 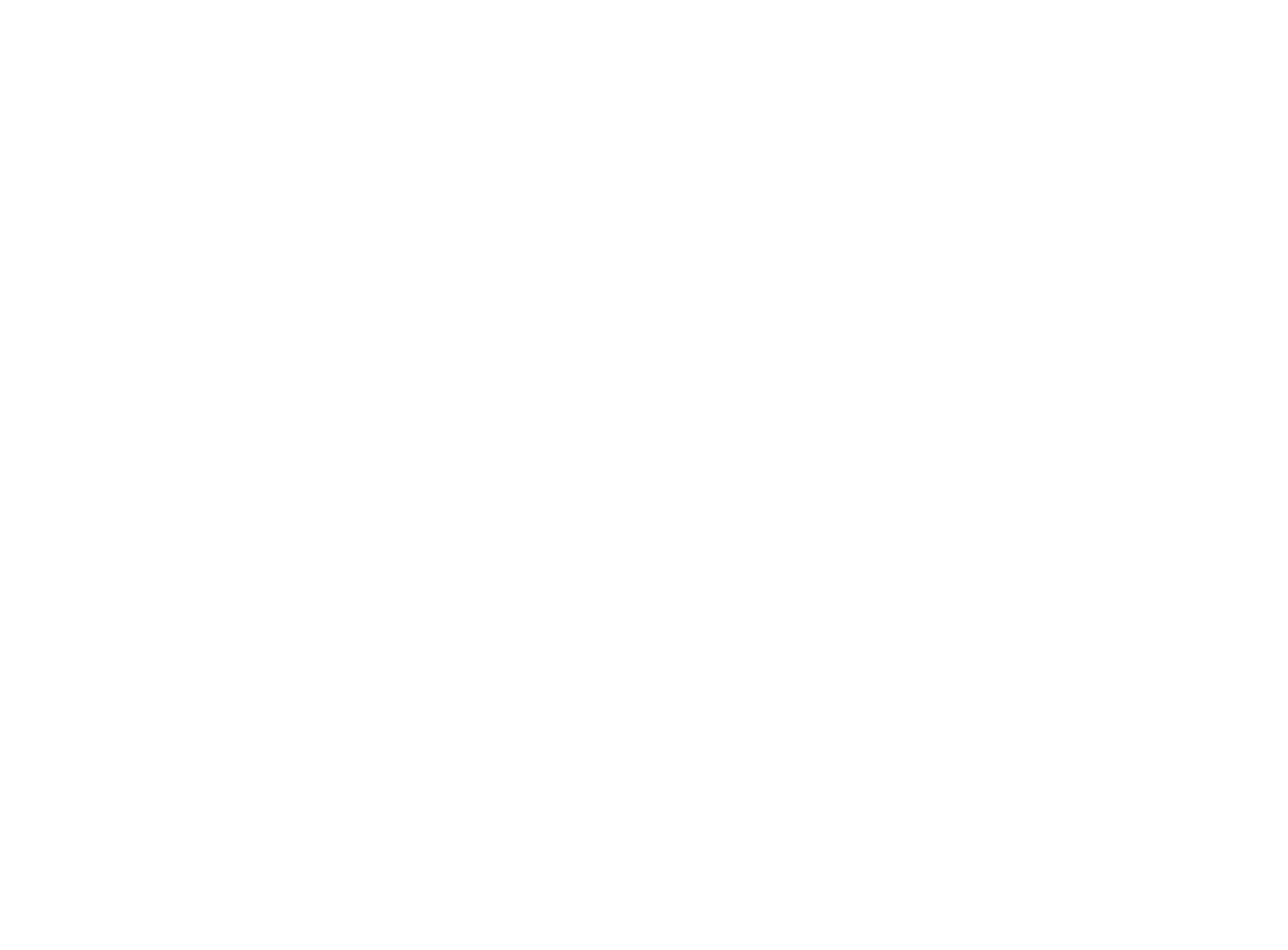 I want to click on 'Share this story', so click(x=363, y=747).